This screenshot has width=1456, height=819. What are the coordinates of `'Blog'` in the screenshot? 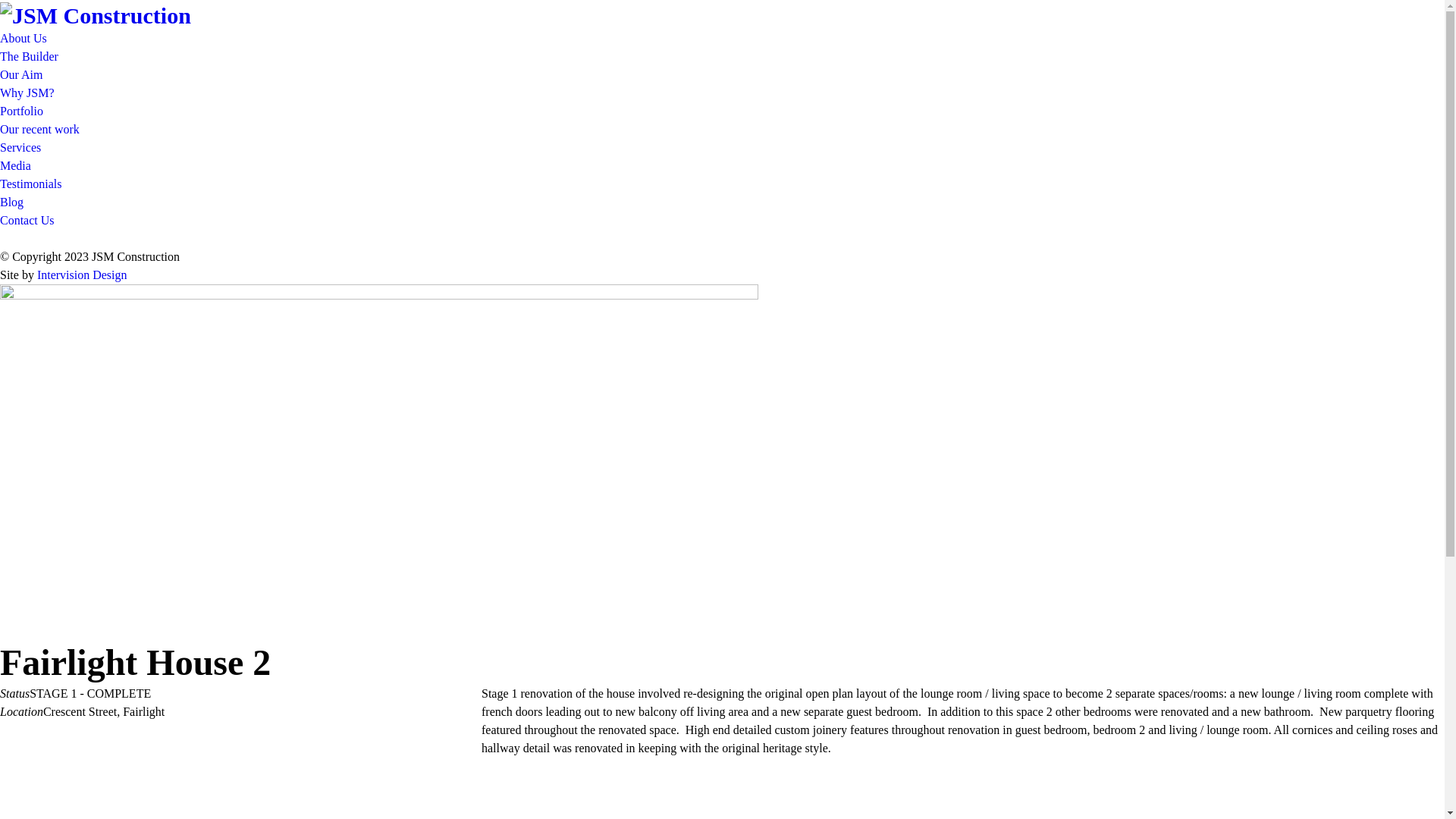 It's located at (11, 201).